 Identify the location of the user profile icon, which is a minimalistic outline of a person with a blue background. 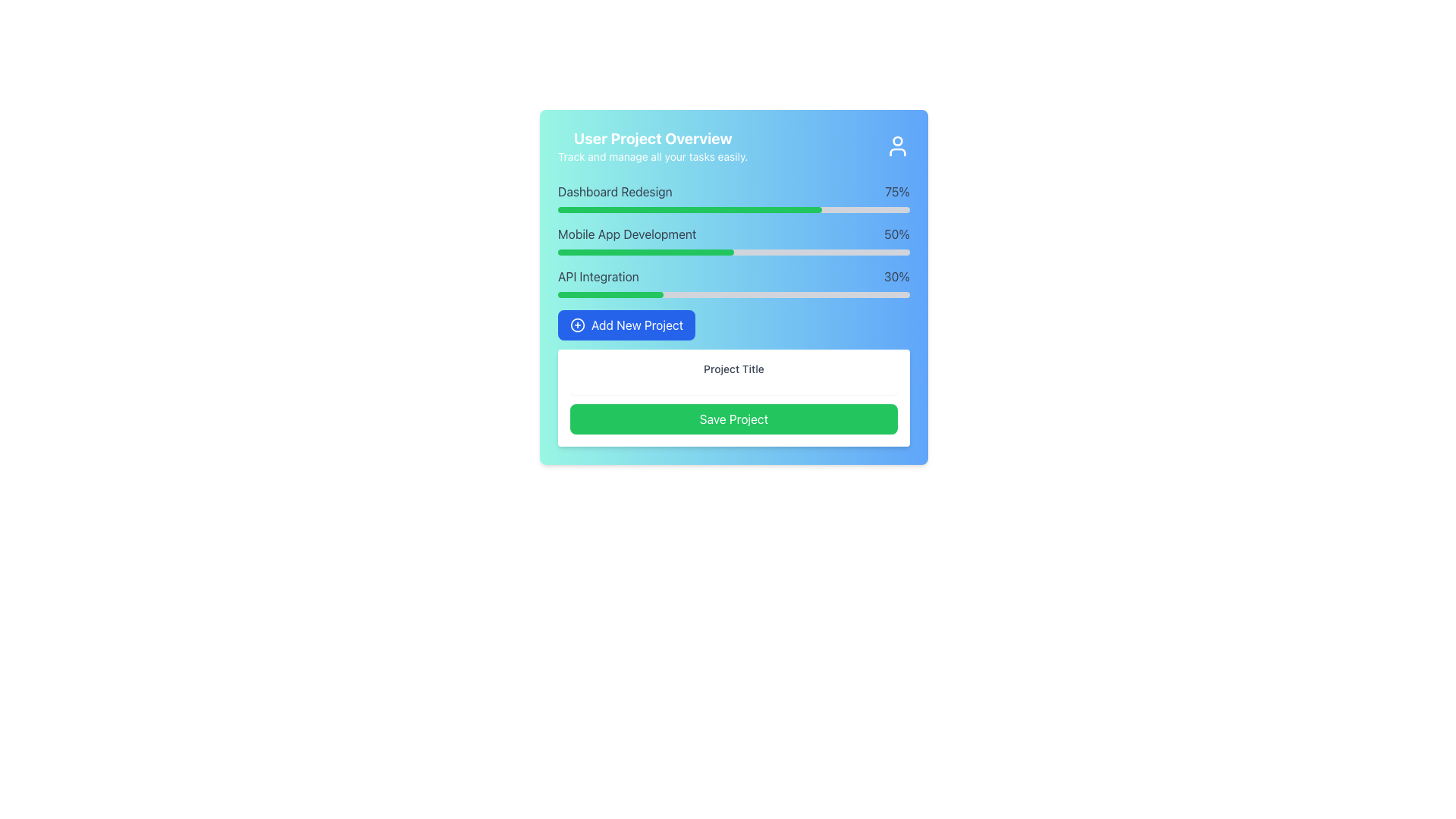
(898, 146).